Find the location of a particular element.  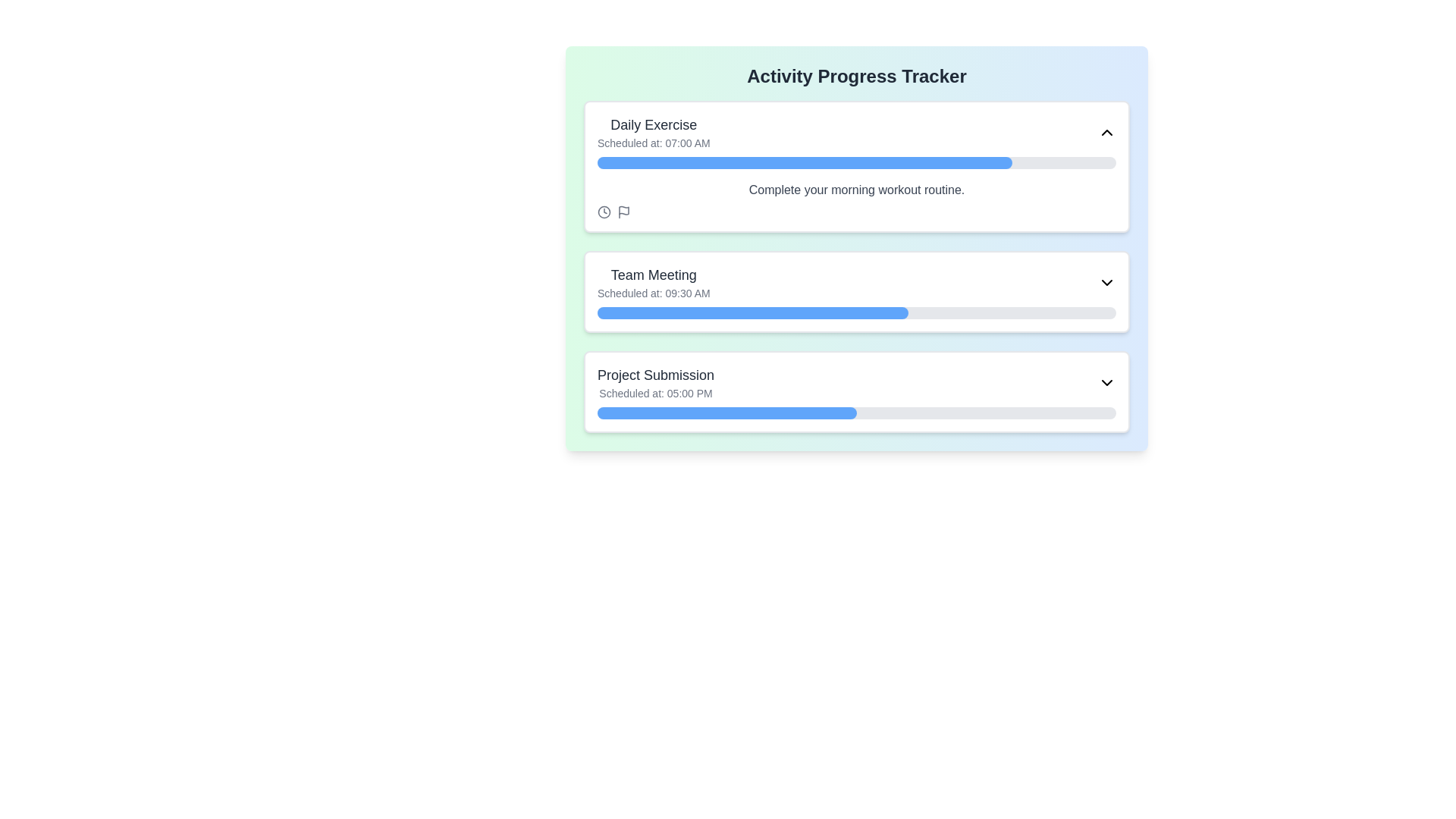

the Informational Card displaying 'Team Meeting' which is the second card in the 'Activity Progress Tracker' section is located at coordinates (856, 292).